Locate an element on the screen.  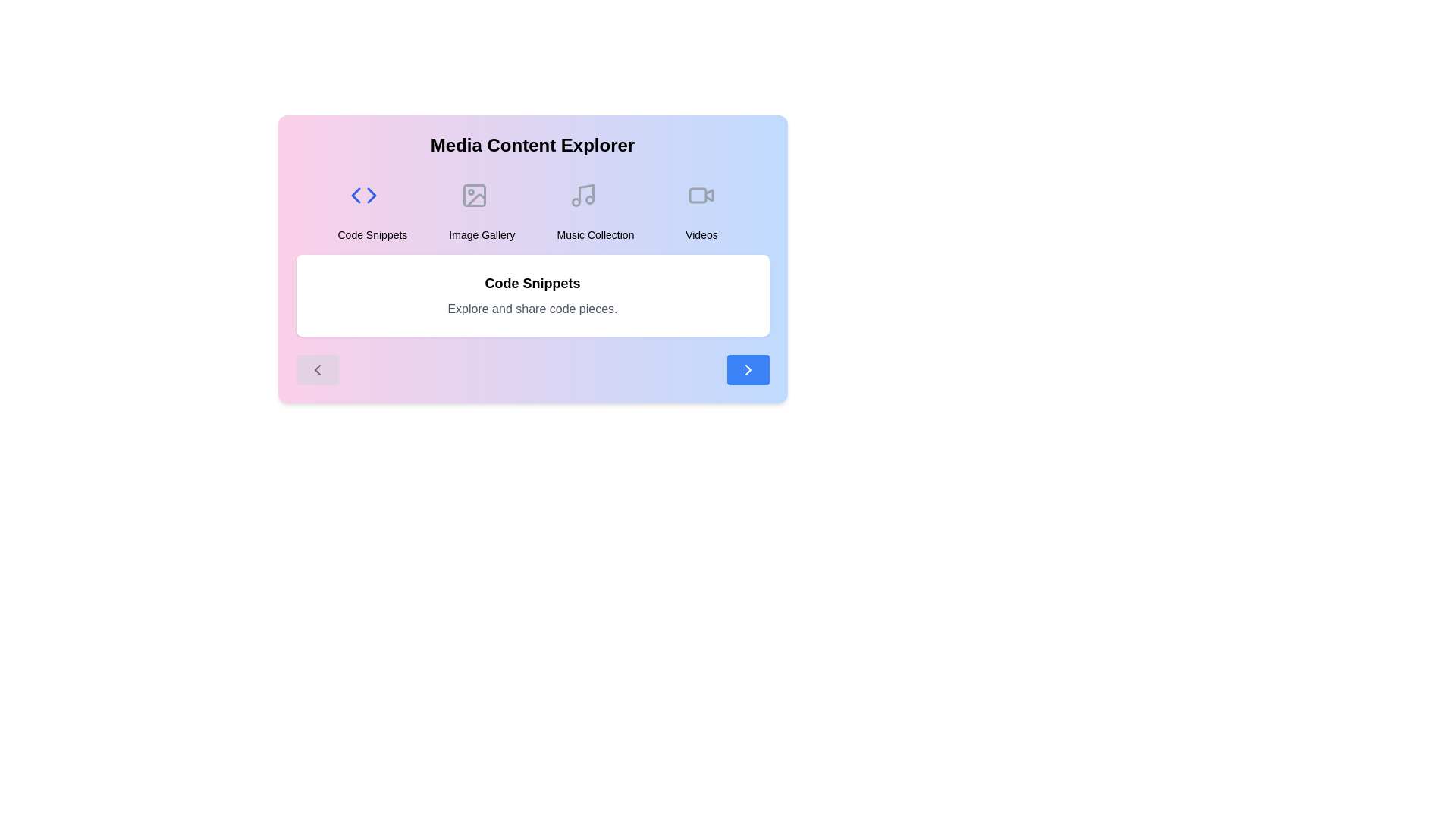
the content category Code Snippets by clicking on its respective button is located at coordinates (372, 206).